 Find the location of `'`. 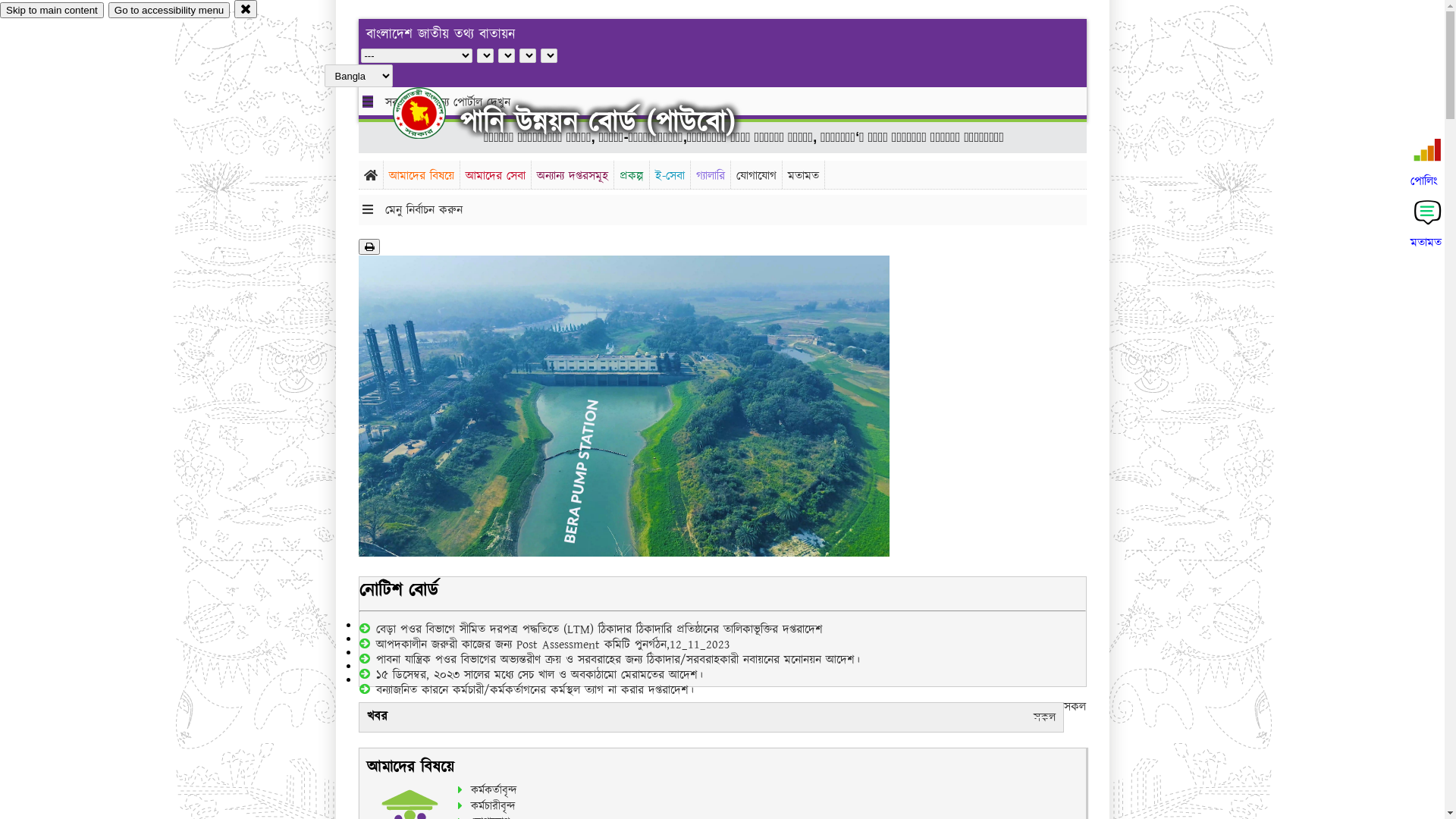

' is located at coordinates (393, 112).